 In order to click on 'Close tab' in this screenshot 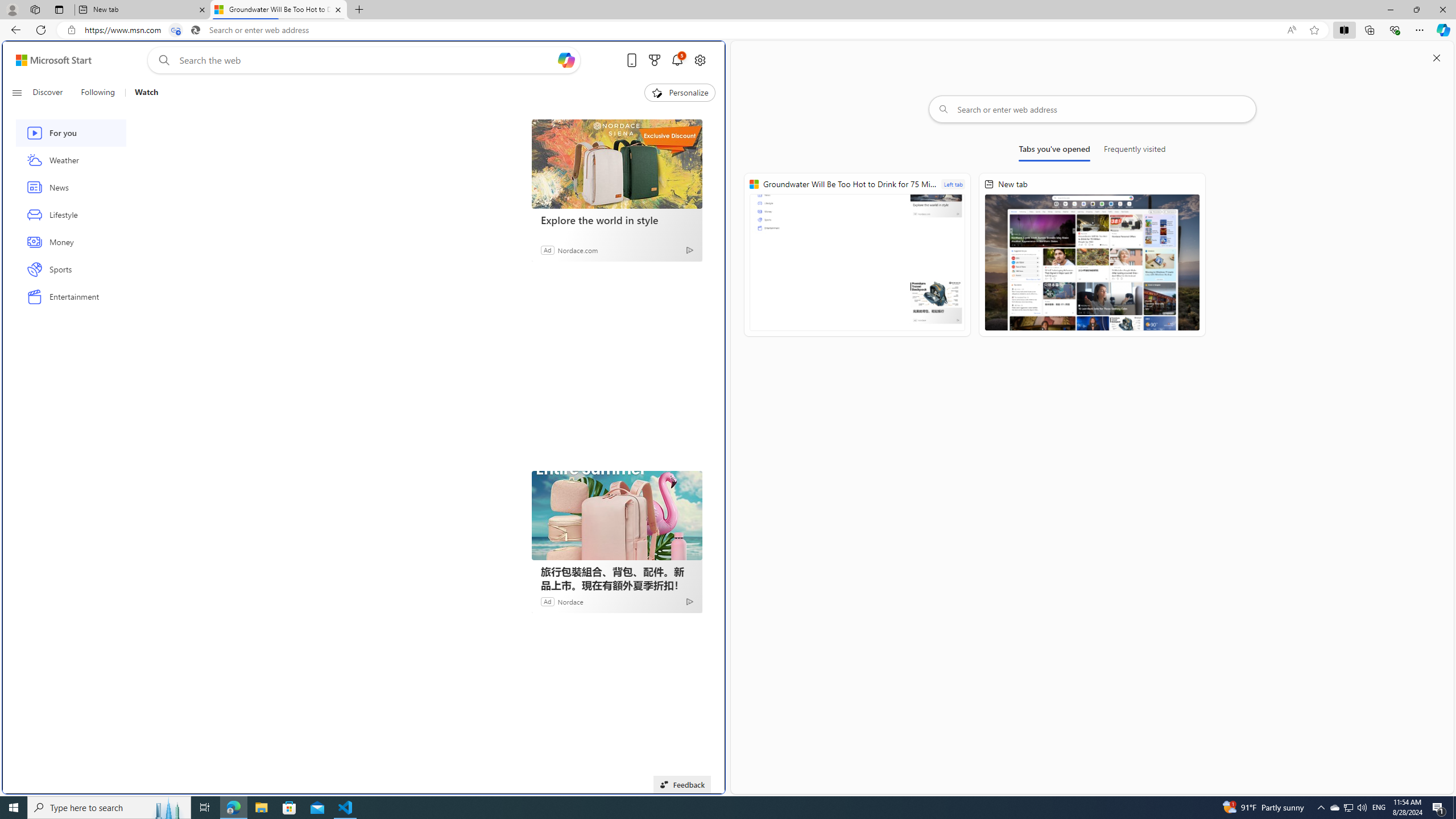, I will do `click(338, 9)`.